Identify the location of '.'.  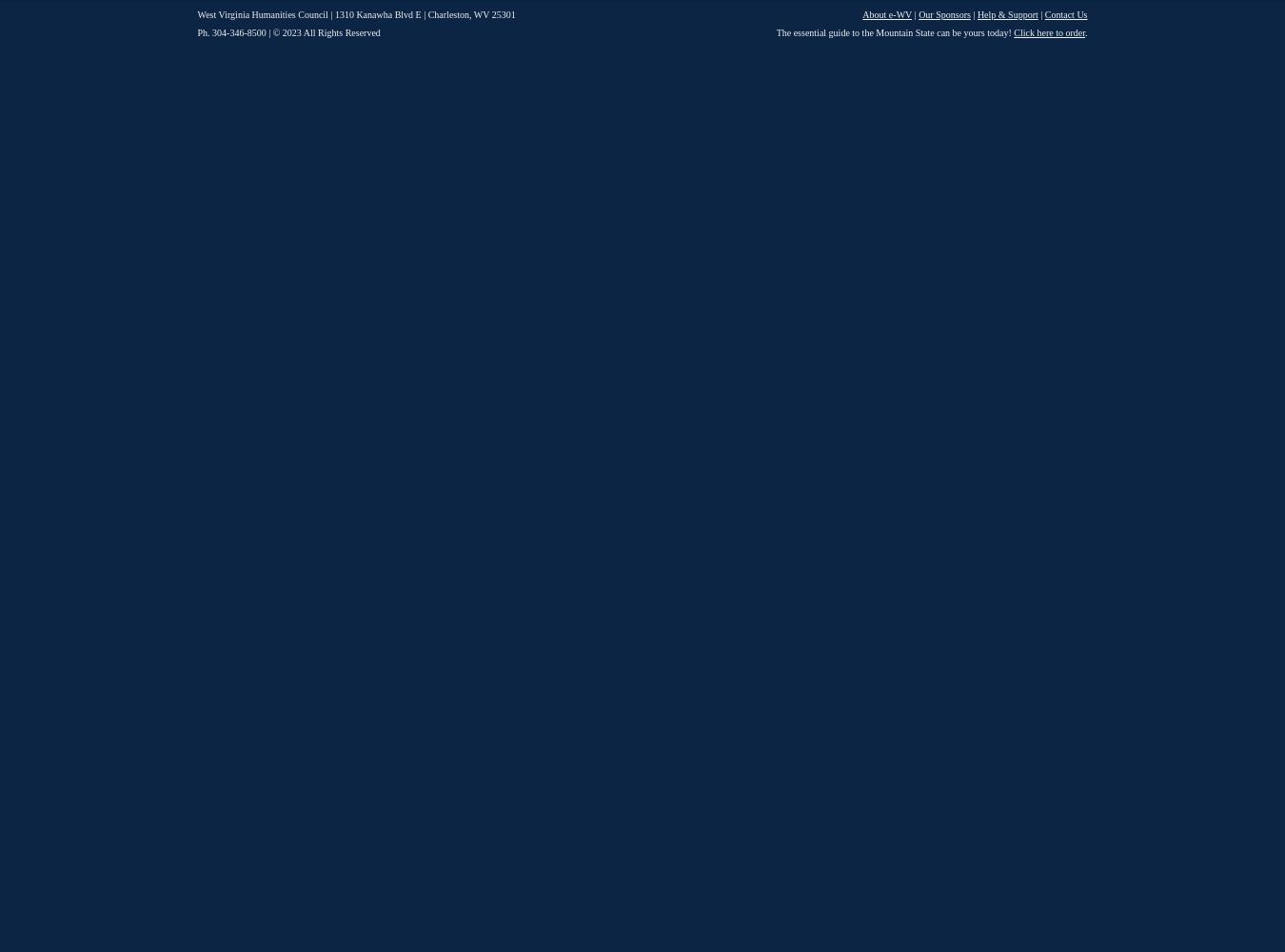
(1085, 32).